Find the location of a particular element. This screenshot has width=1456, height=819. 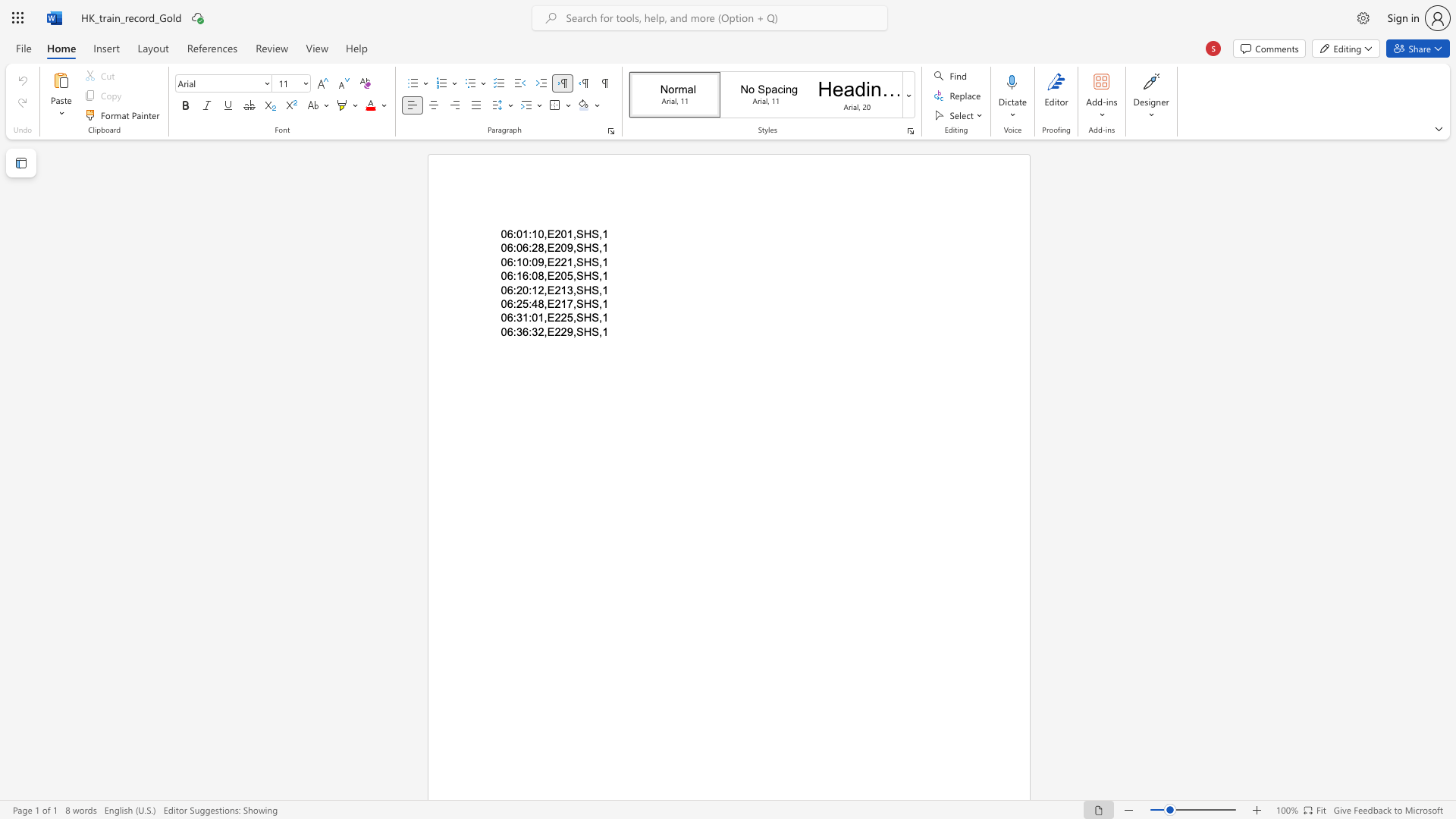

the 2th character "S" in the text is located at coordinates (595, 304).